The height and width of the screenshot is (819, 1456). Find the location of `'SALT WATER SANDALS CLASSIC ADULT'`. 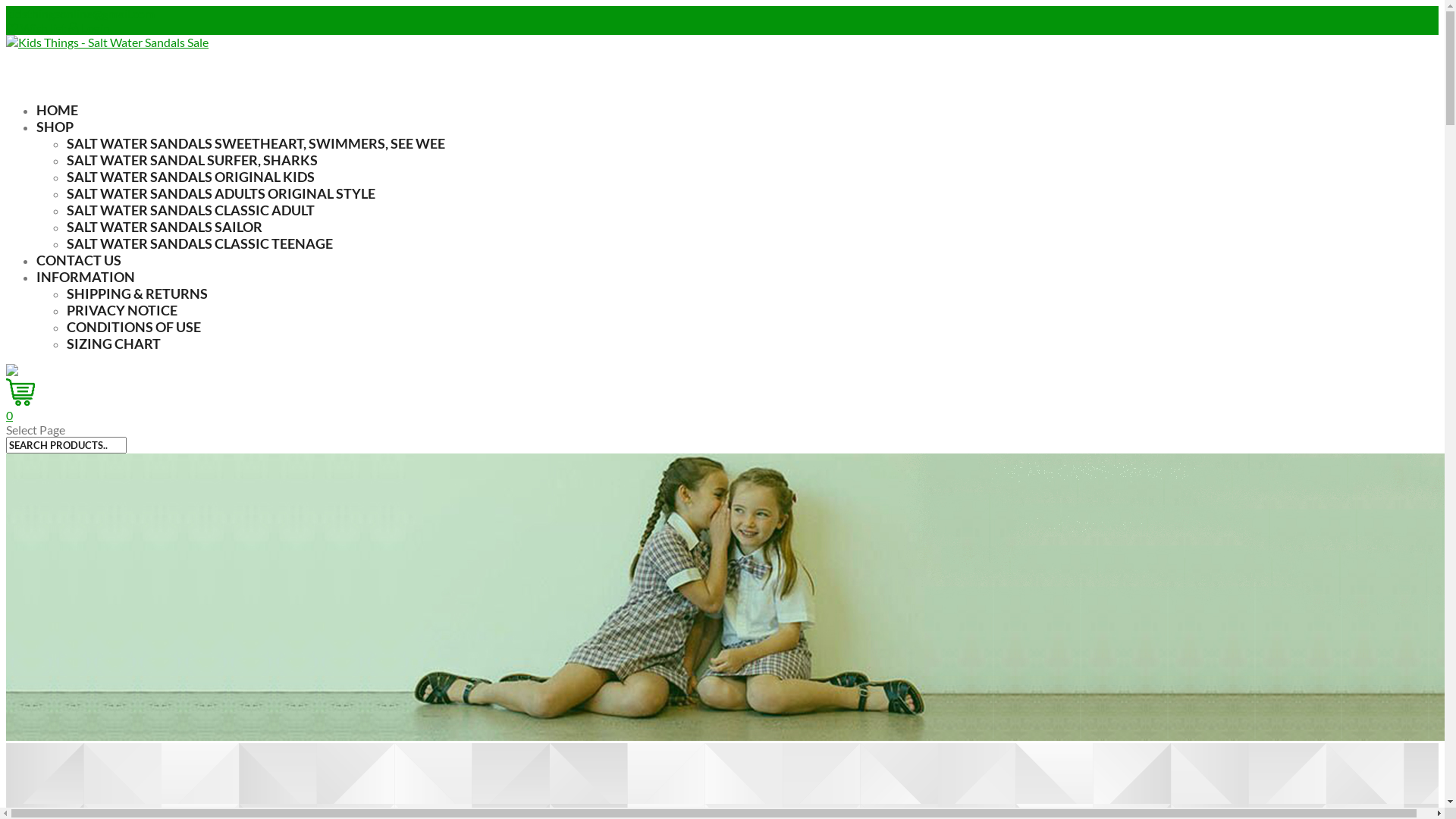

'SALT WATER SANDALS CLASSIC ADULT' is located at coordinates (190, 210).